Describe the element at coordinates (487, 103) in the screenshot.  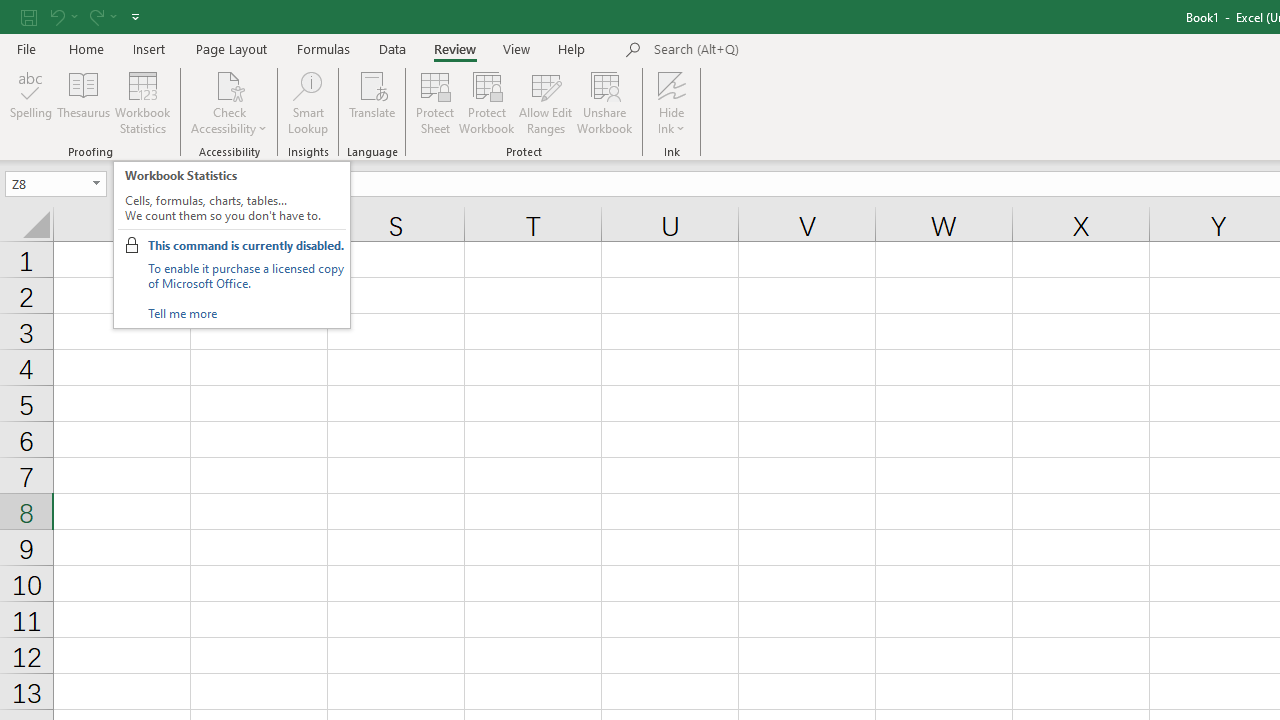
I see `'Protect Workbook...'` at that location.